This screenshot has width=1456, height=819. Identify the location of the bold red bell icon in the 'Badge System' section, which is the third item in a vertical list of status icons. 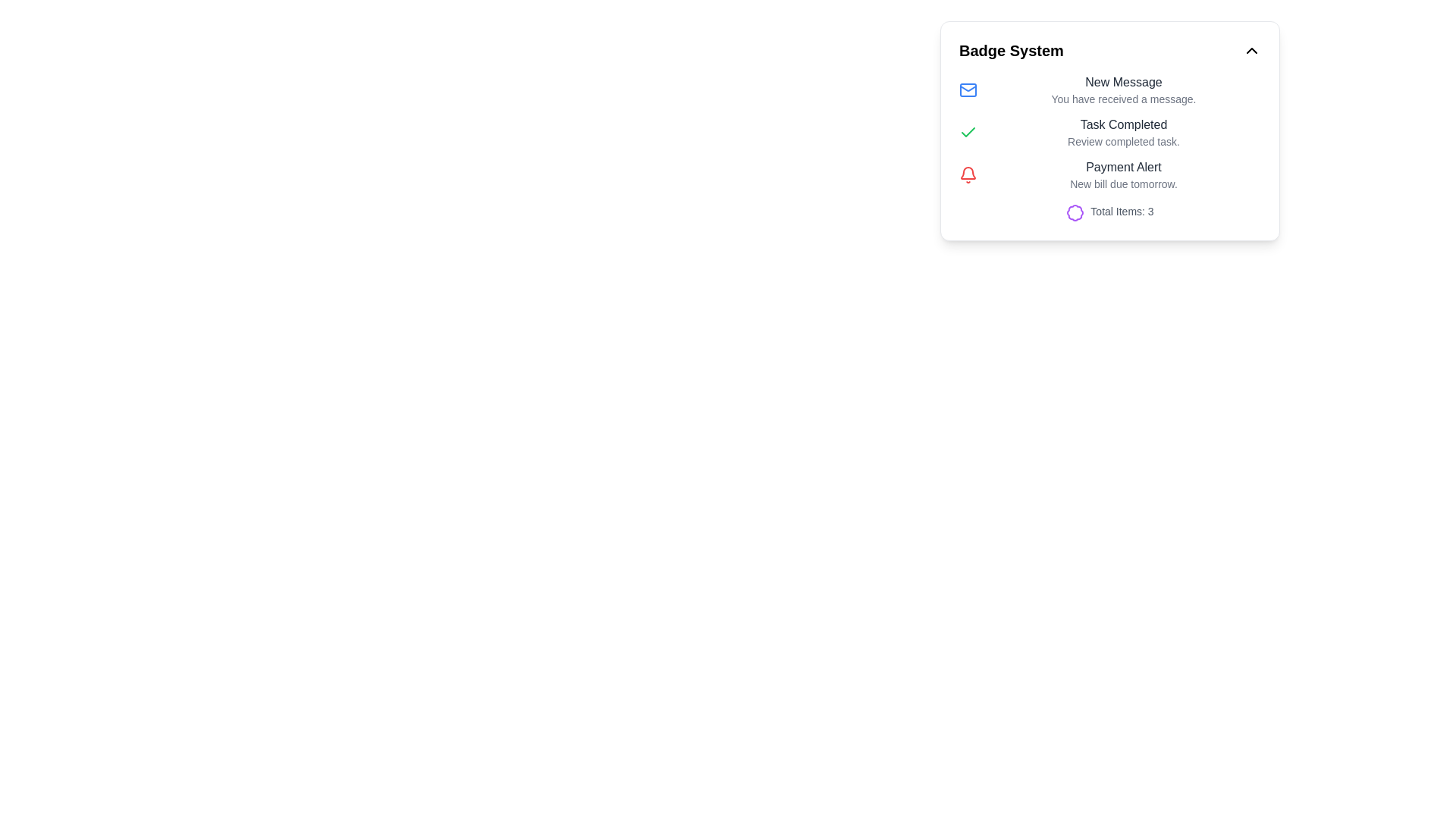
(967, 172).